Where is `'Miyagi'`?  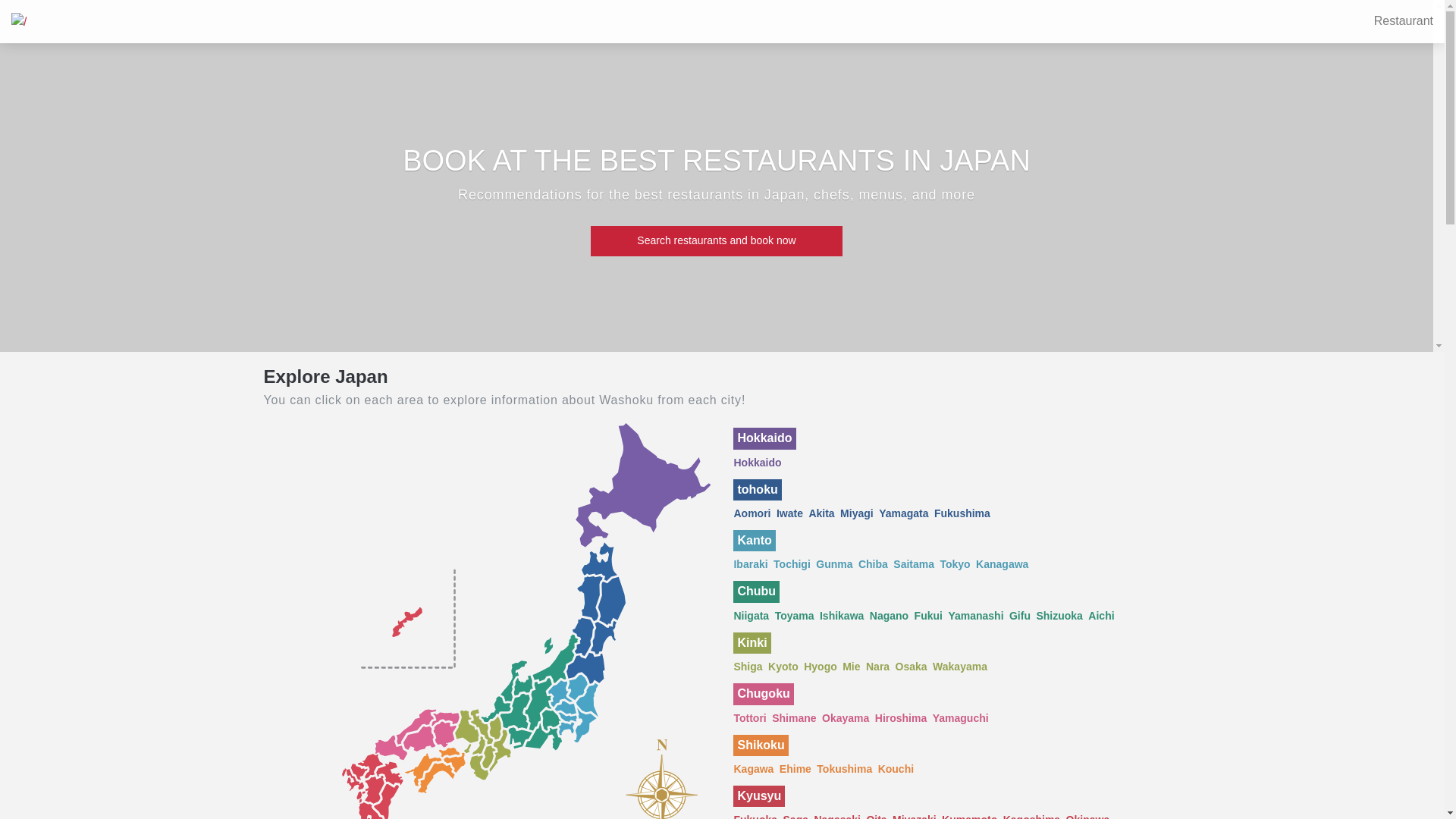 'Miyagi' is located at coordinates (856, 513).